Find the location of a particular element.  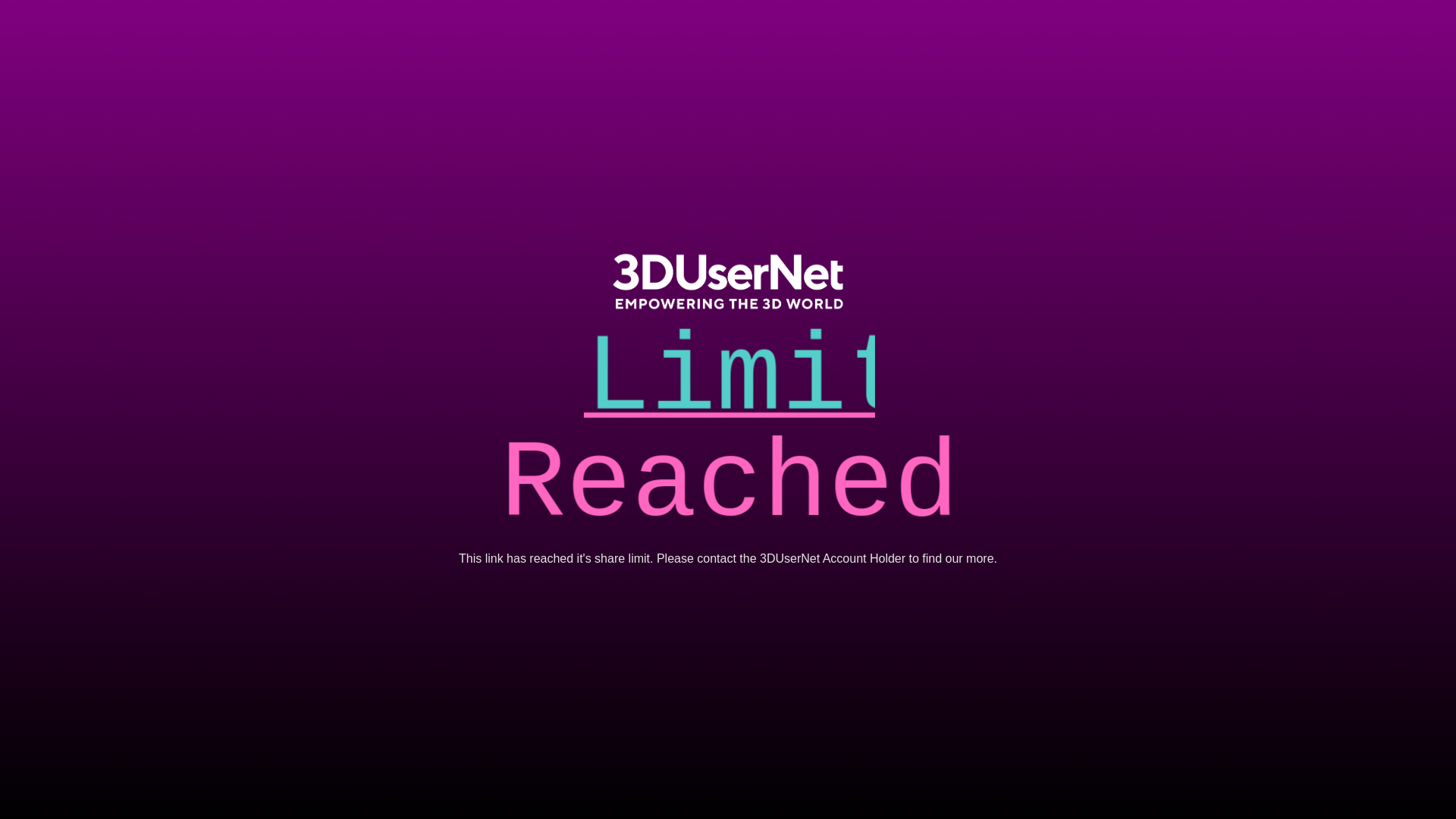

'3DUserNet.com' is located at coordinates (728, 281).